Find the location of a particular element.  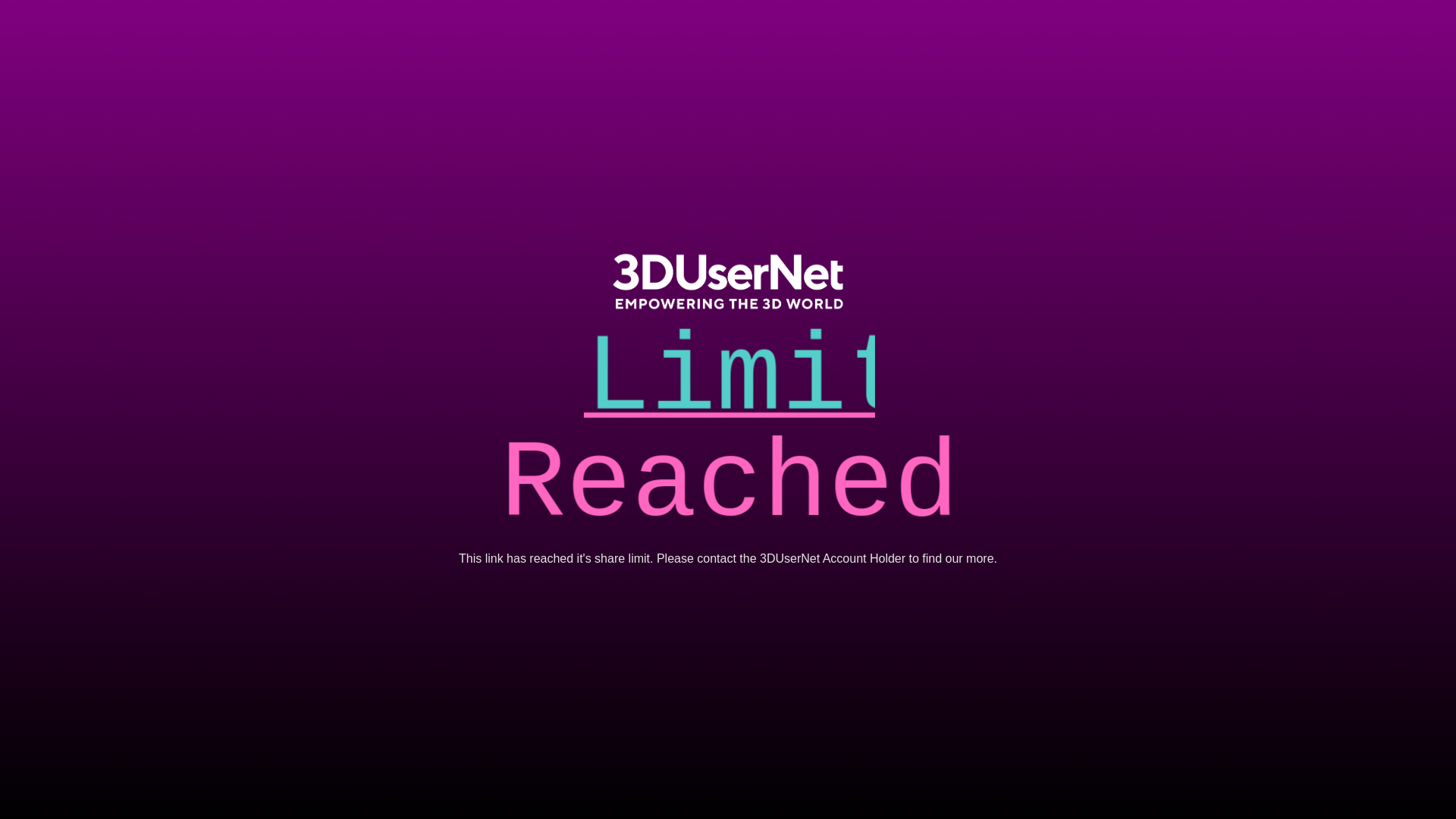

'3DUserNet.com' is located at coordinates (728, 281).